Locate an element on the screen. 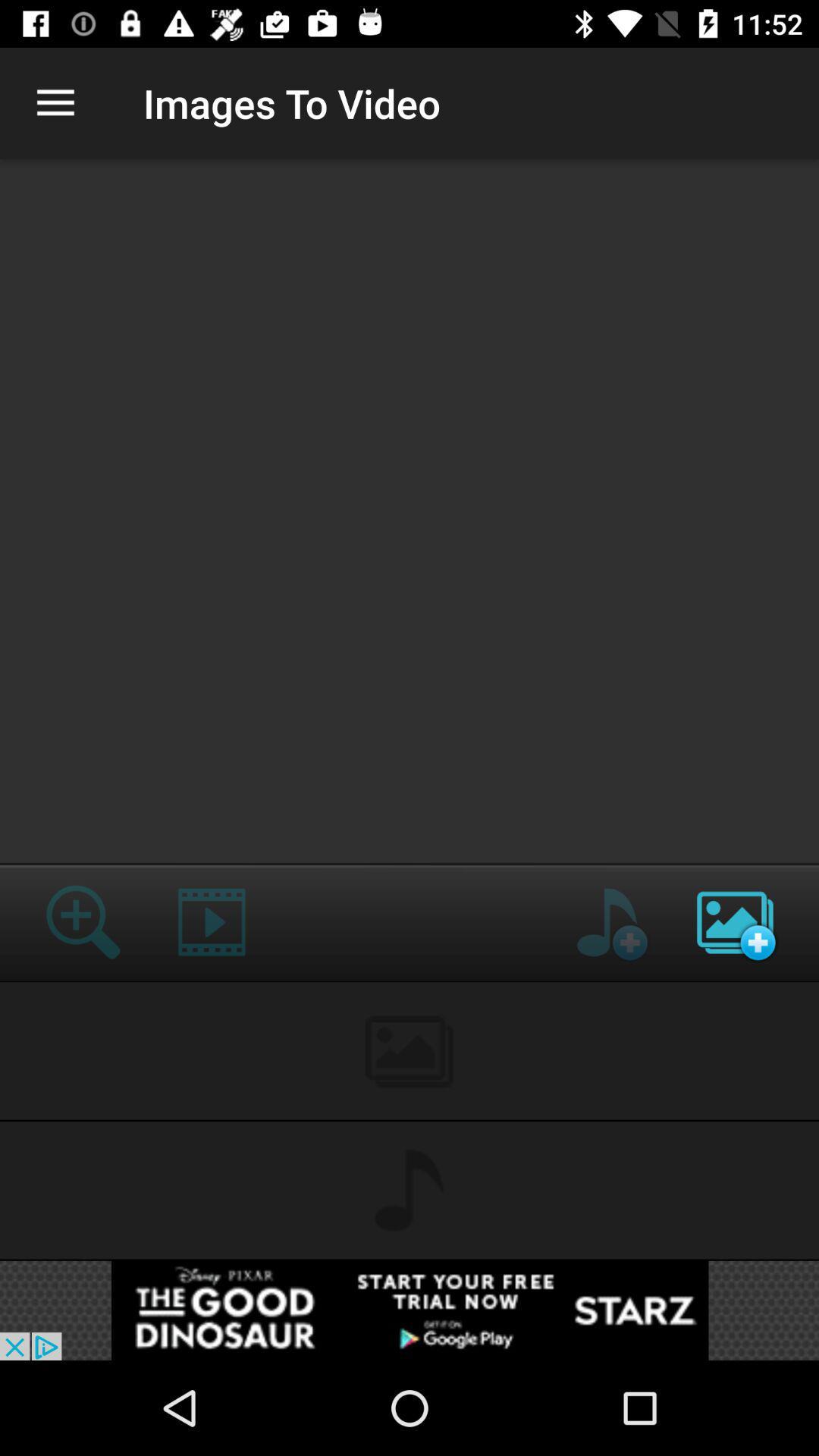 This screenshot has width=819, height=1456. the wallpaper icon is located at coordinates (734, 921).